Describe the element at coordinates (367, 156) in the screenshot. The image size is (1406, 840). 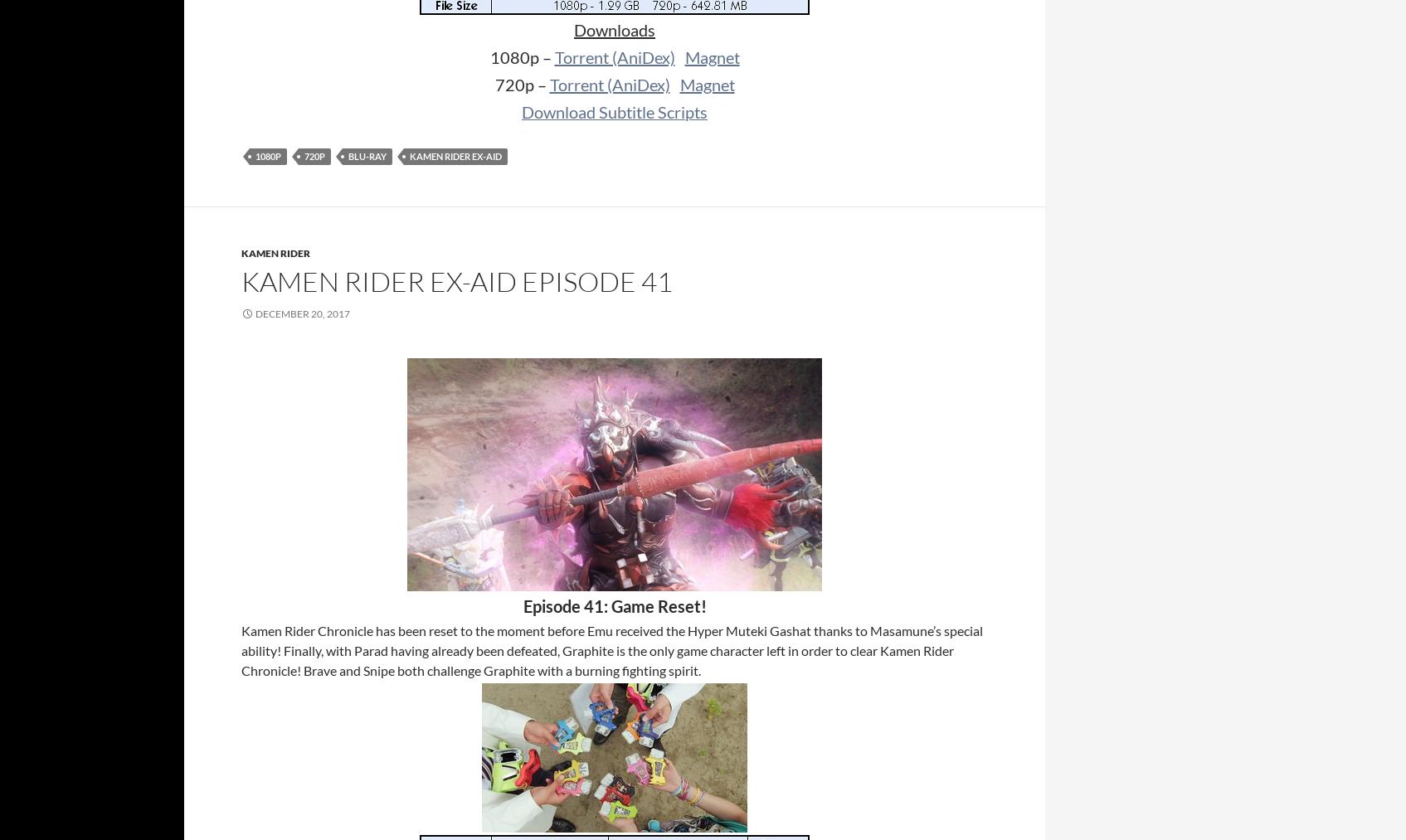
I see `'Blu-ray'` at that location.